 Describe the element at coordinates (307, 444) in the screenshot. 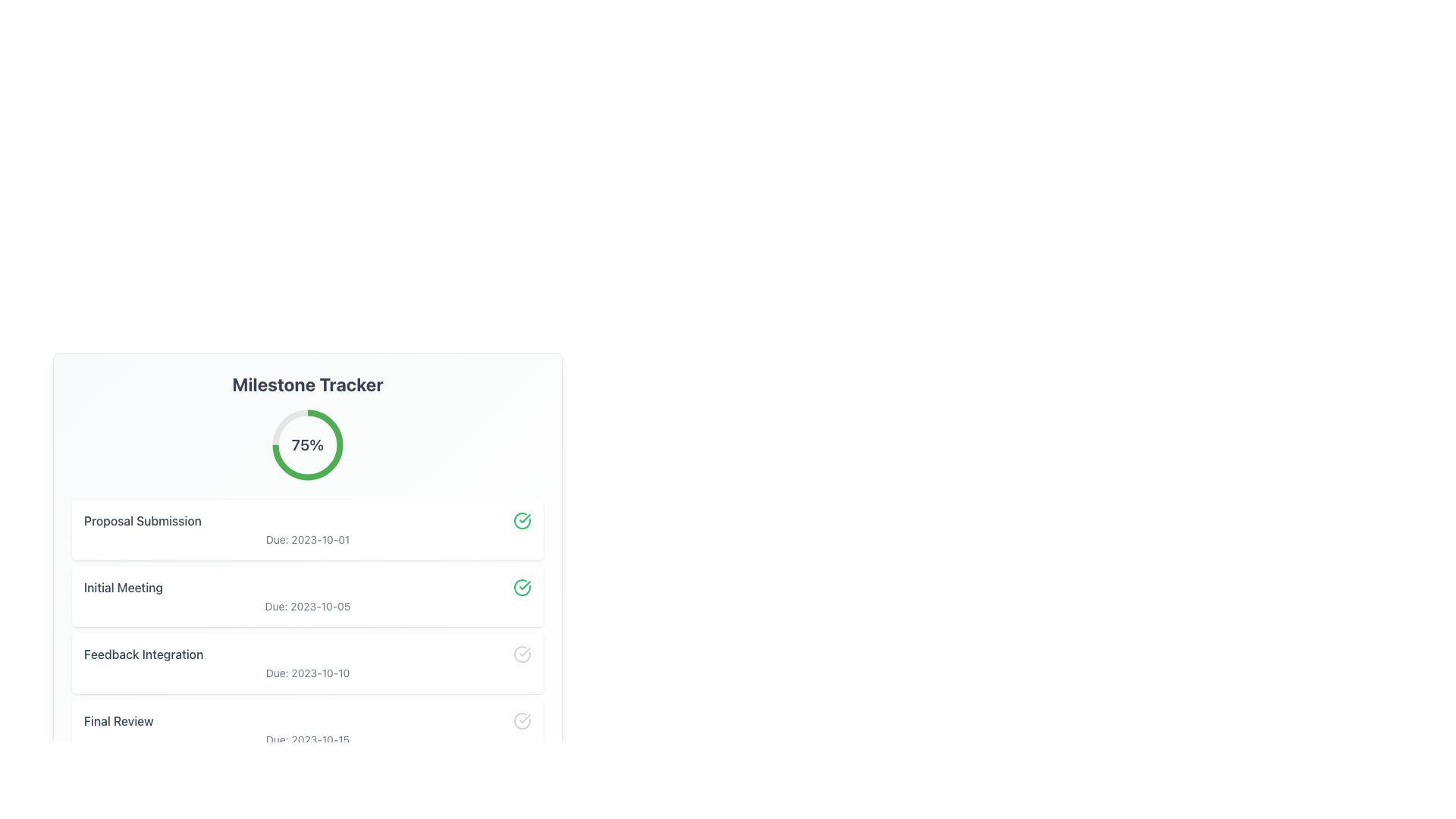

I see `the percentage displayed on the Circular Progress Indicator located below the 'Milestone Tracker' heading` at that location.